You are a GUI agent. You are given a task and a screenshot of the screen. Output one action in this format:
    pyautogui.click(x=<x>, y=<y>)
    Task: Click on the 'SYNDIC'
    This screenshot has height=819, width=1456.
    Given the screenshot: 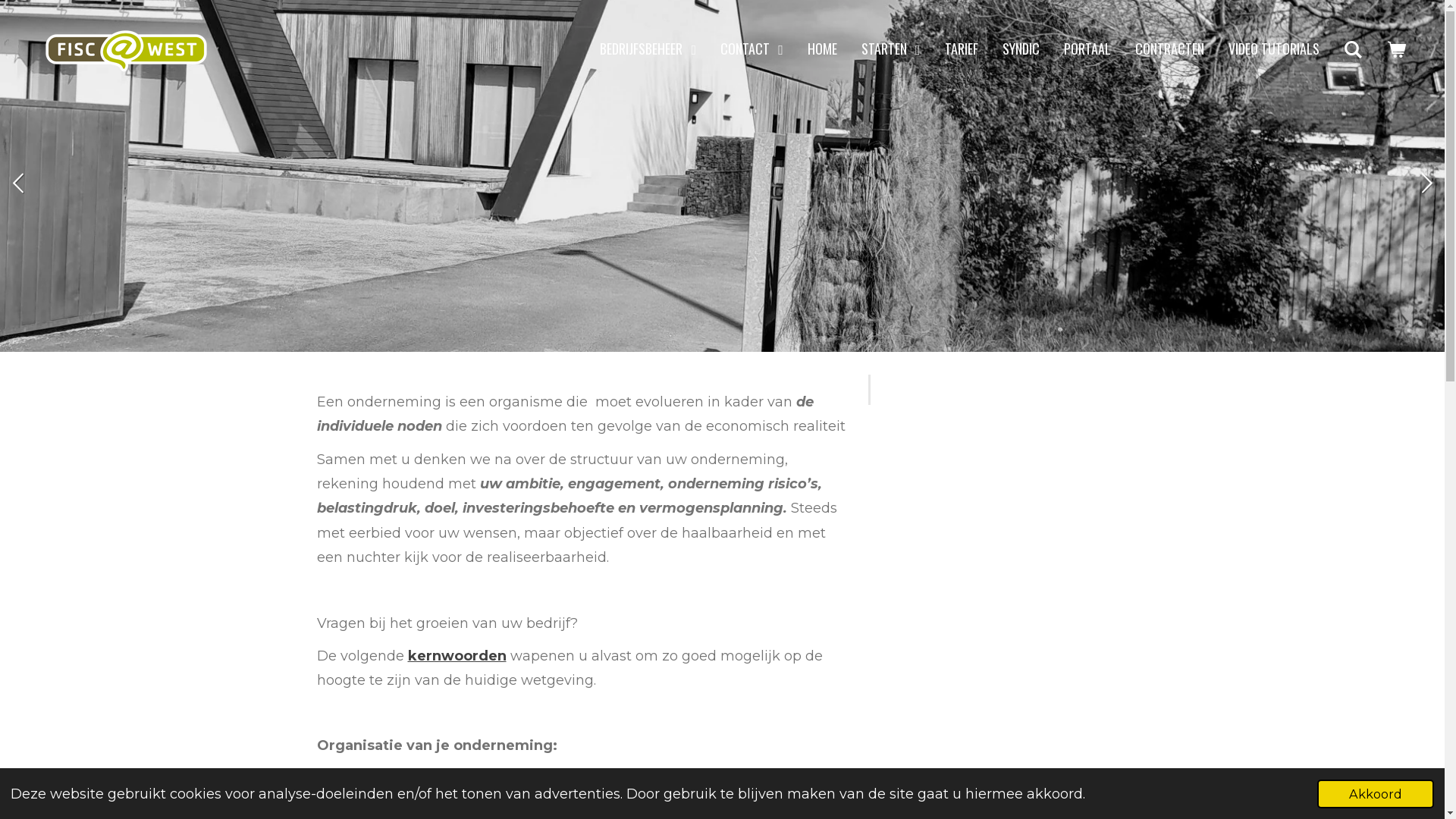 What is the action you would take?
    pyautogui.click(x=1021, y=48)
    